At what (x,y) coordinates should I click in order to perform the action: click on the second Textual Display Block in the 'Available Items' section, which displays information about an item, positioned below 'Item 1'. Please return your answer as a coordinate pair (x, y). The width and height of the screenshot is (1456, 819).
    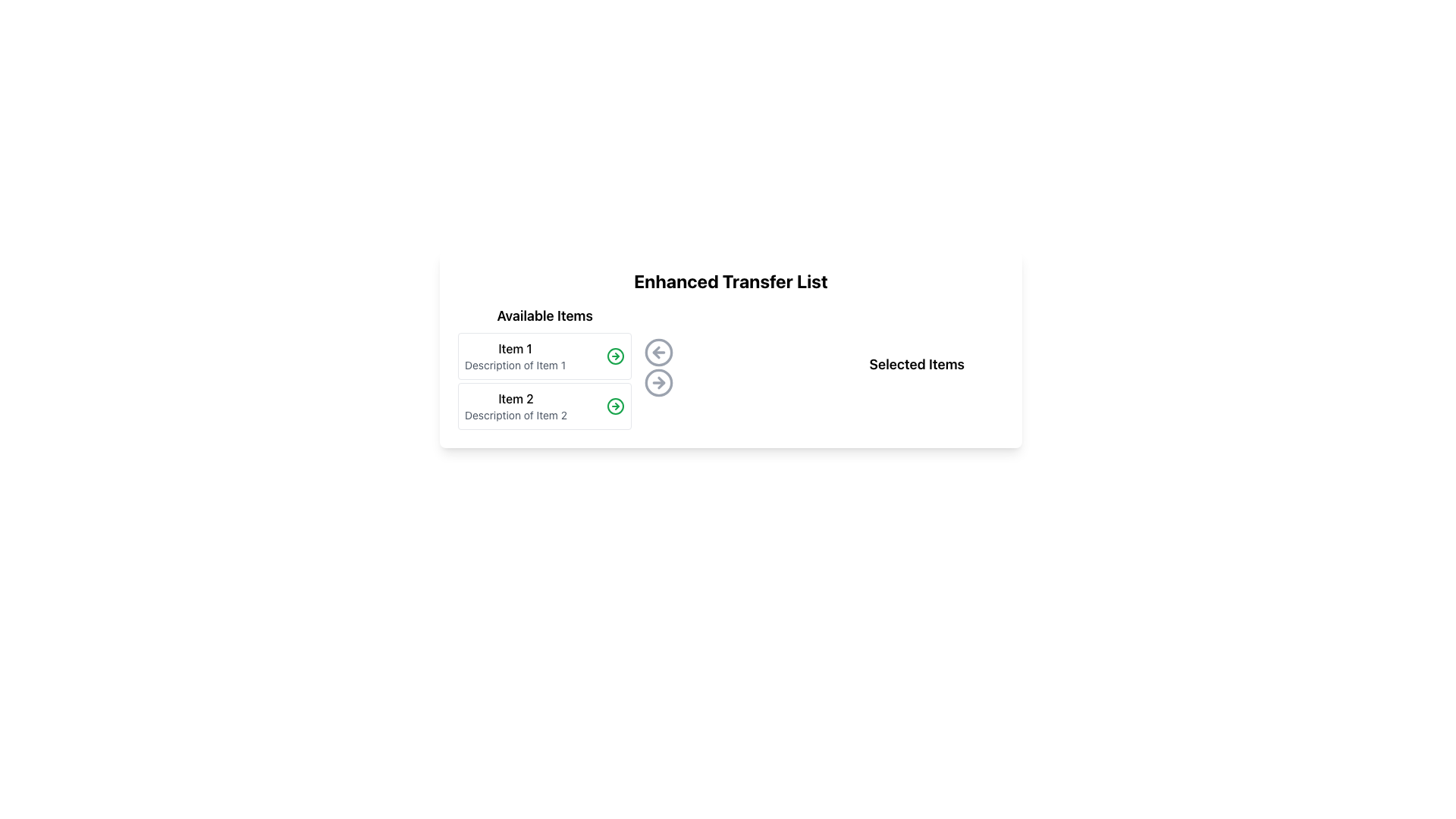
    Looking at the image, I should click on (516, 406).